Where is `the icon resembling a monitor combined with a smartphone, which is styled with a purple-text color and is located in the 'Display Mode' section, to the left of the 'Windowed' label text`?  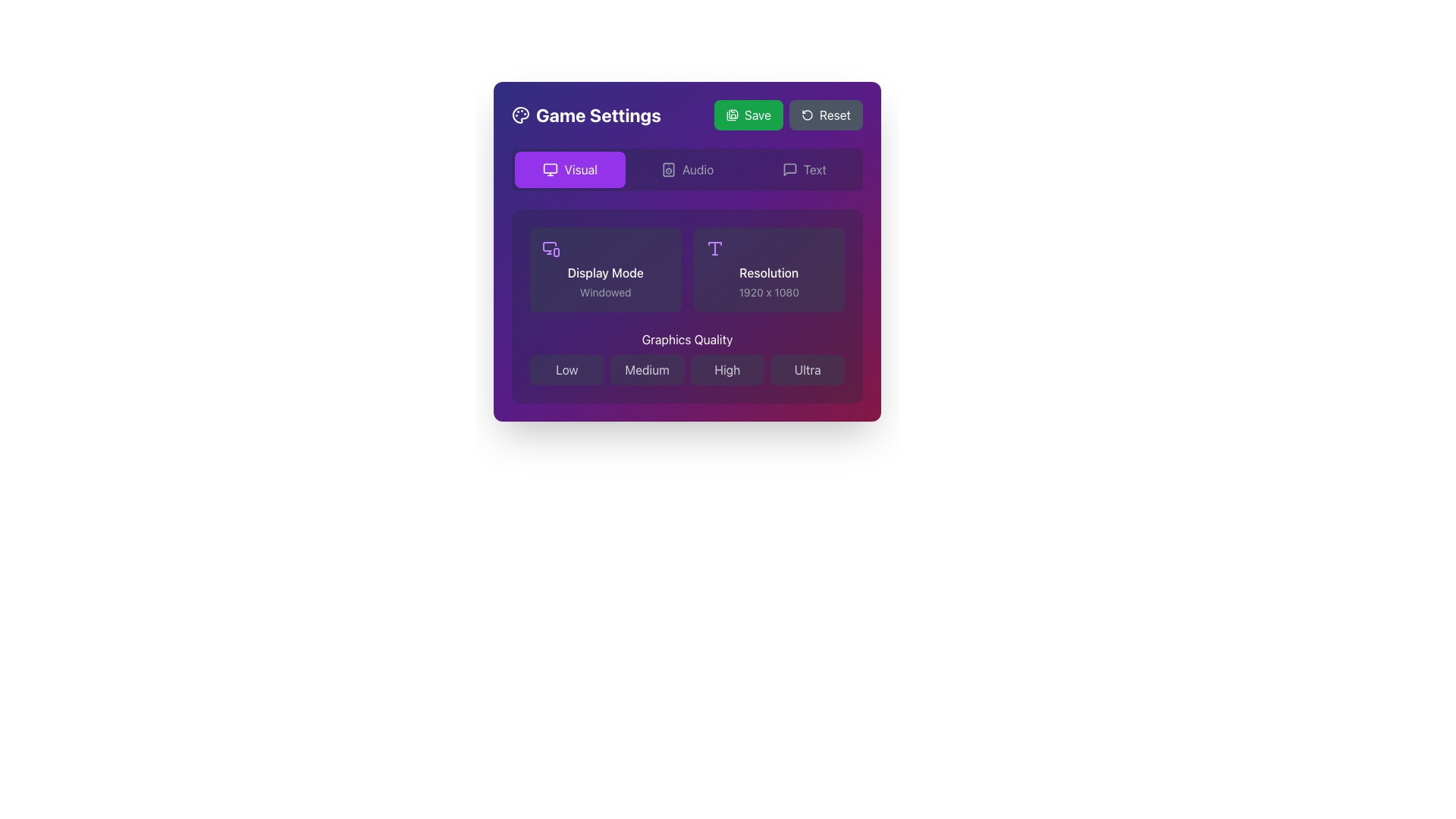 the icon resembling a monitor combined with a smartphone, which is styled with a purple-text color and is located in the 'Display Mode' section, to the left of the 'Windowed' label text is located at coordinates (550, 247).